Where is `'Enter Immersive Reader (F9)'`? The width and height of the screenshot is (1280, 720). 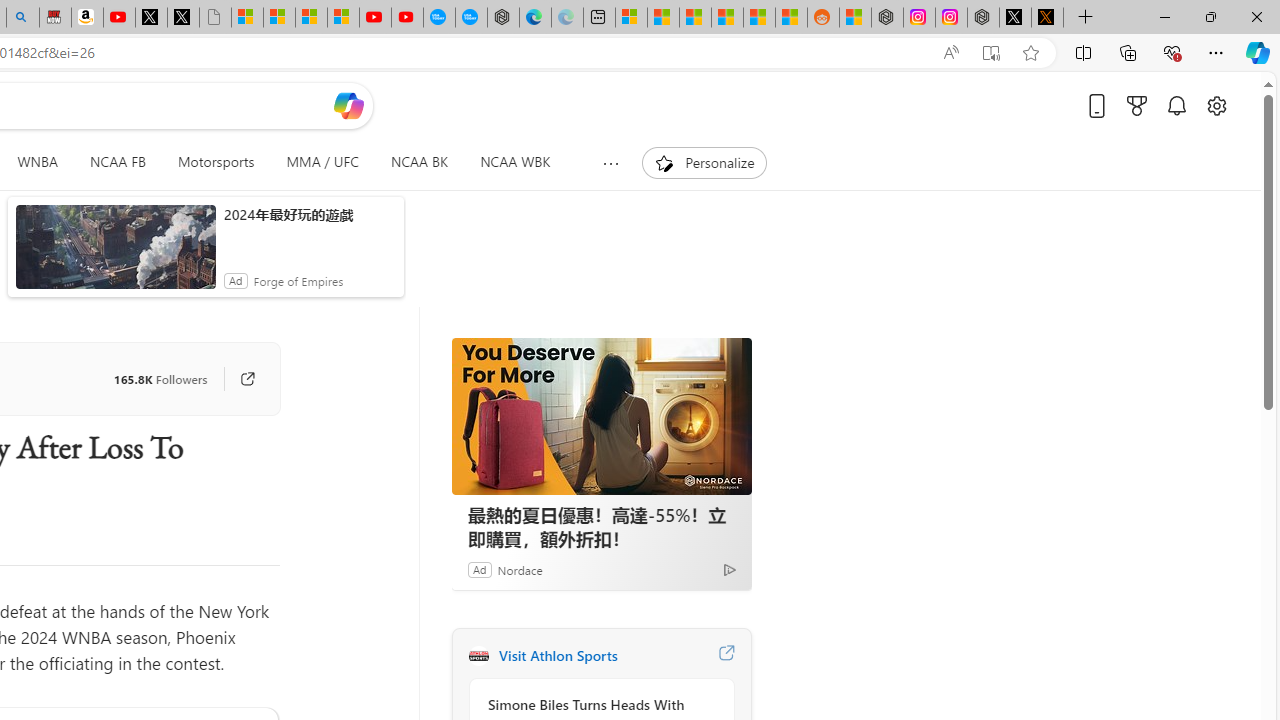
'Enter Immersive Reader (F9)' is located at coordinates (991, 52).